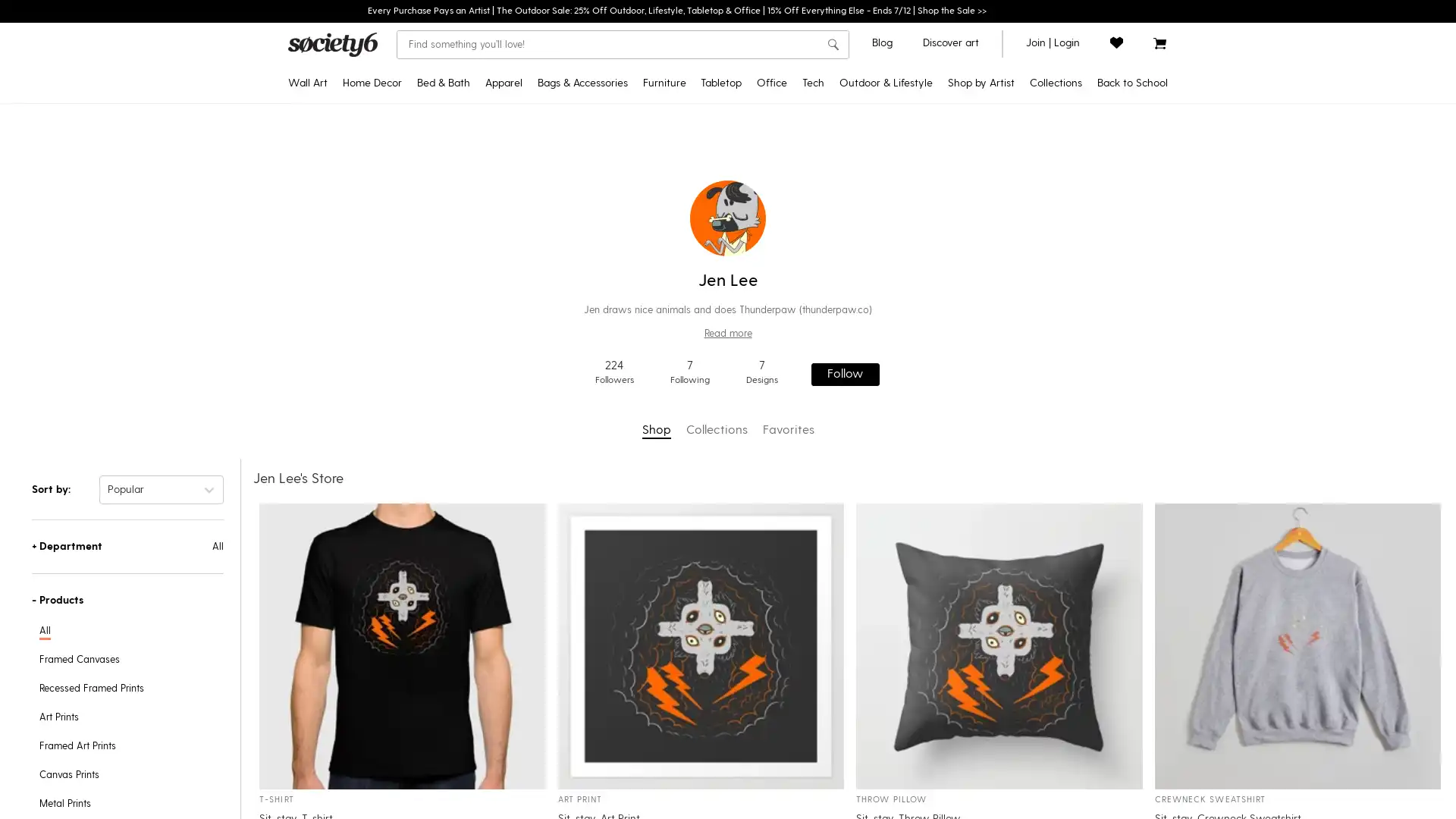  I want to click on Duvet Covers, so click(475, 146).